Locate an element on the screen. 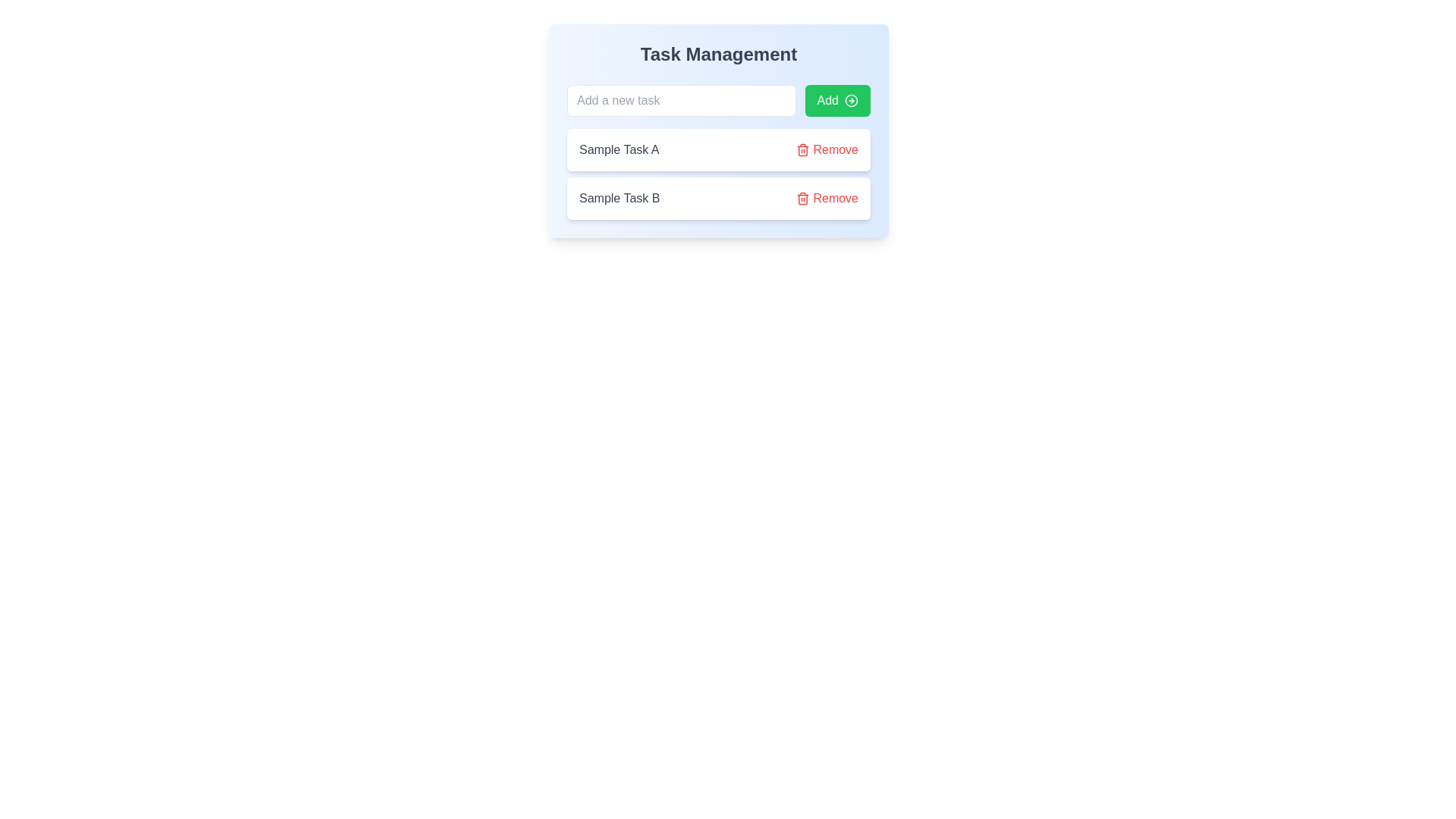 Image resolution: width=1456 pixels, height=819 pixels. the Text Label that serves as a heading for the task management section, providing context and clarity about the purpose of the interface below it is located at coordinates (718, 54).